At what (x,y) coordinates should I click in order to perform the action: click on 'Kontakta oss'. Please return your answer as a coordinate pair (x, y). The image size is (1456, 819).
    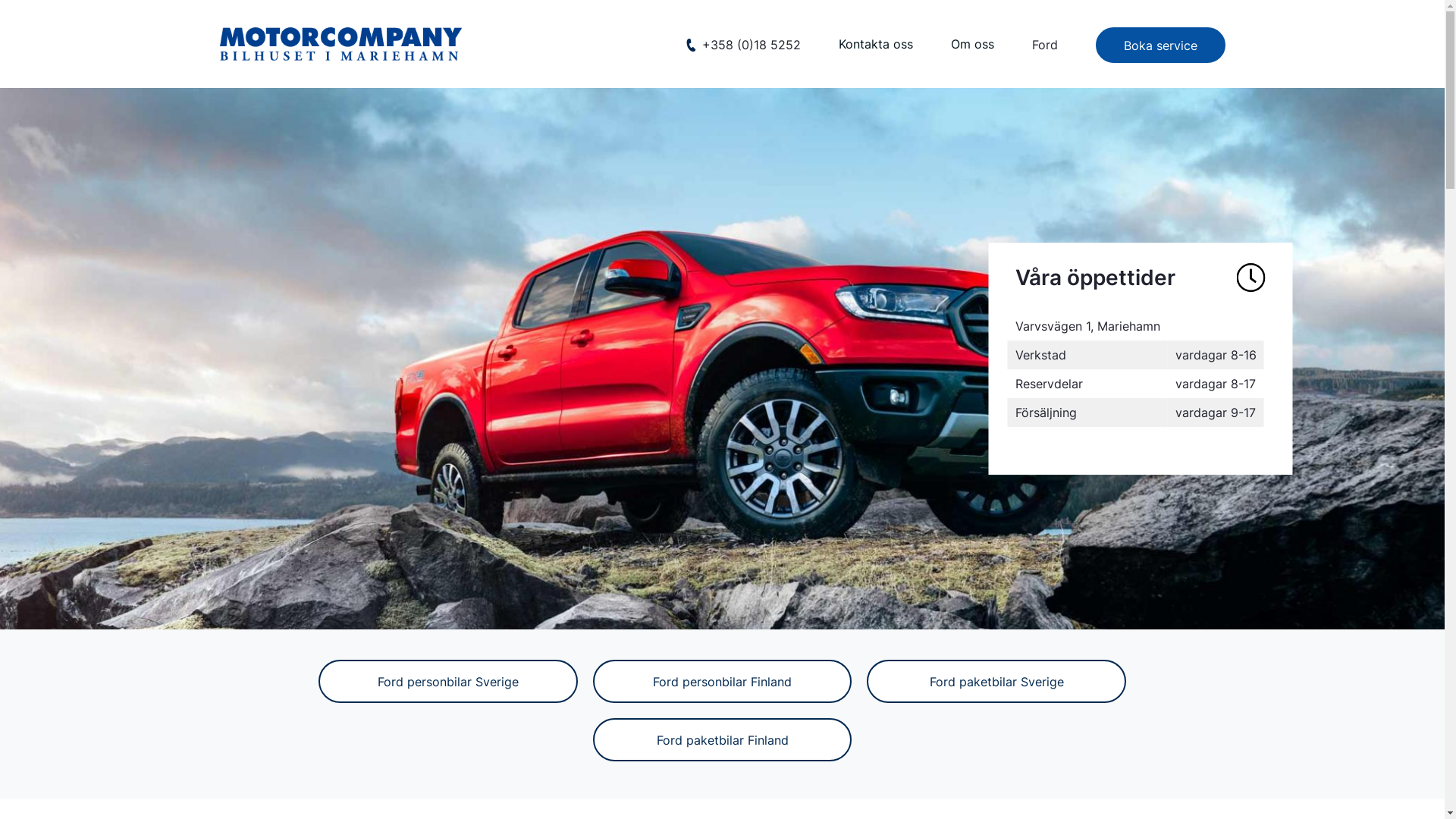
    Looking at the image, I should click on (876, 43).